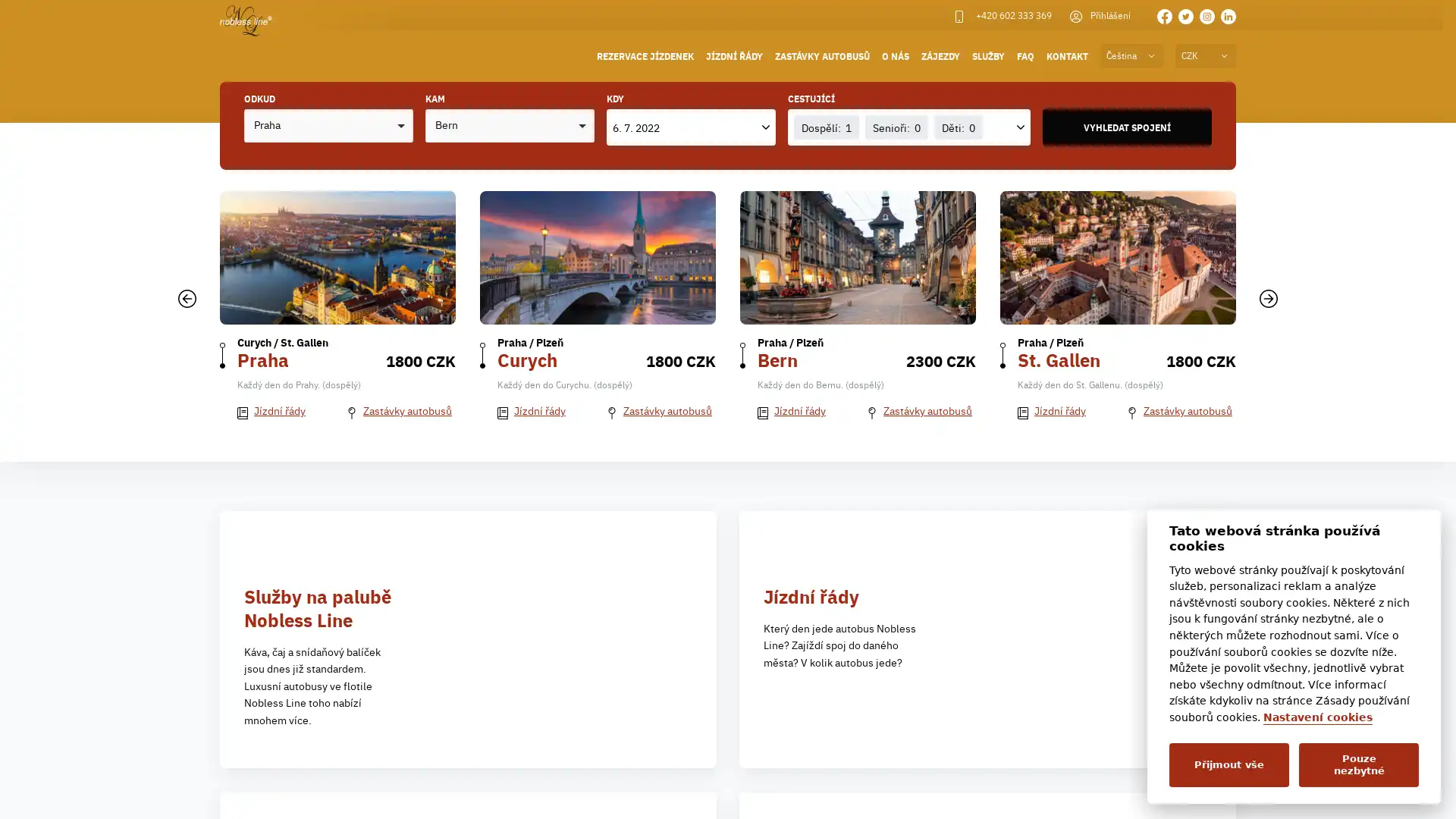 The width and height of the screenshot is (1456, 819). What do you see at coordinates (1126, 127) in the screenshot?
I see `VYHLEDAT SPOJENI` at bounding box center [1126, 127].